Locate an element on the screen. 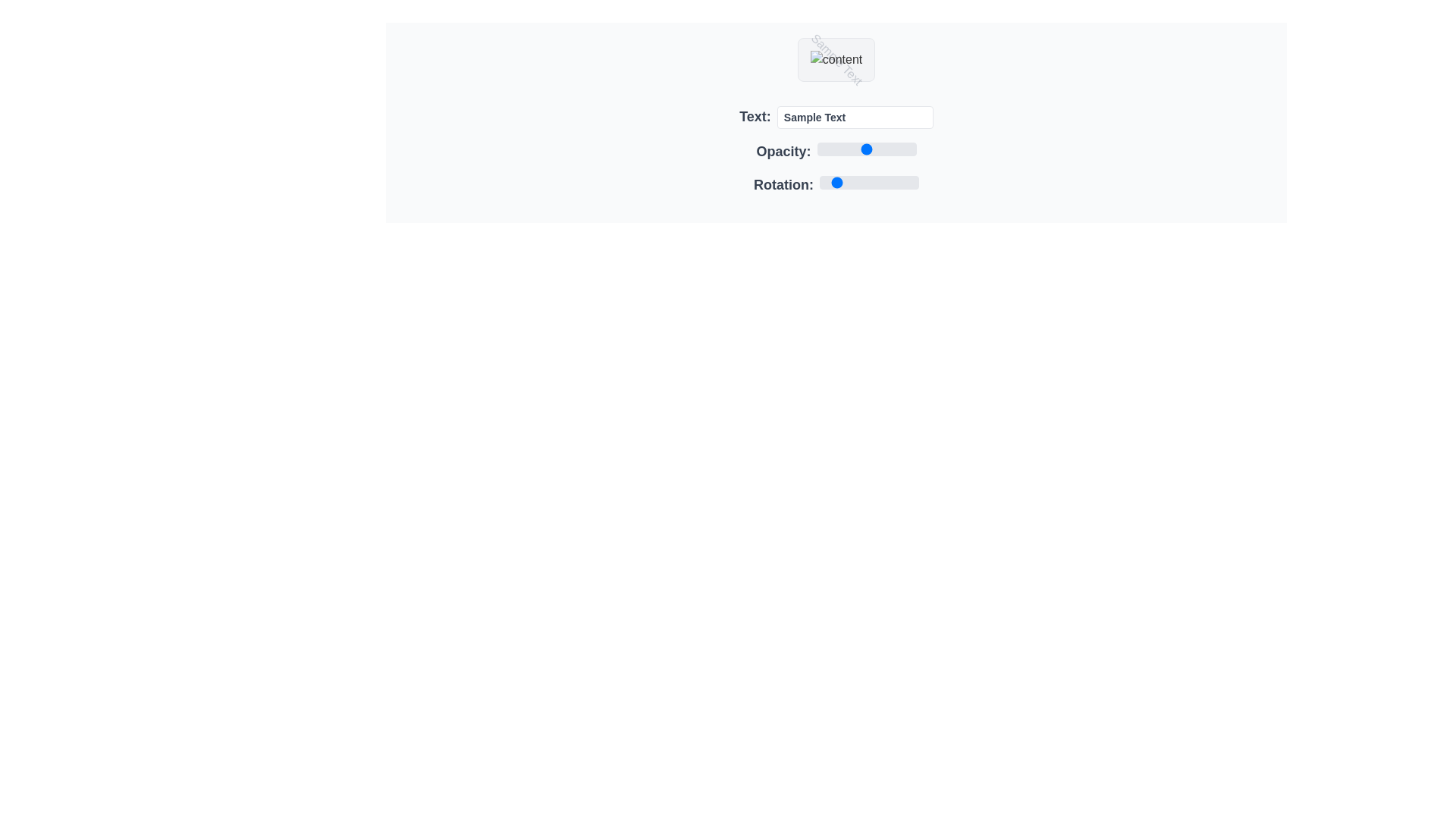  the rotation slider is located at coordinates (899, 181).